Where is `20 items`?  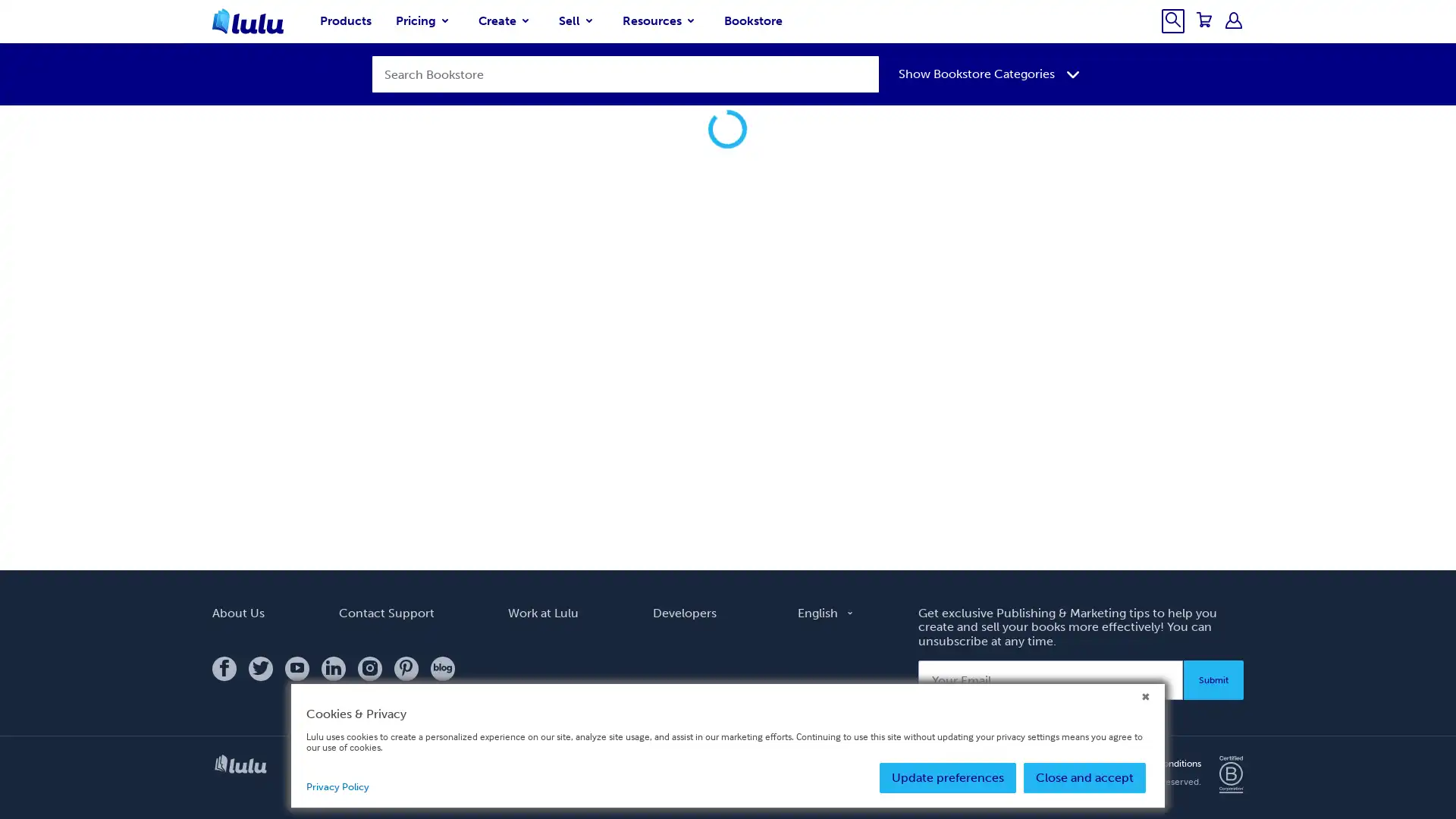
20 items is located at coordinates (562, 472).